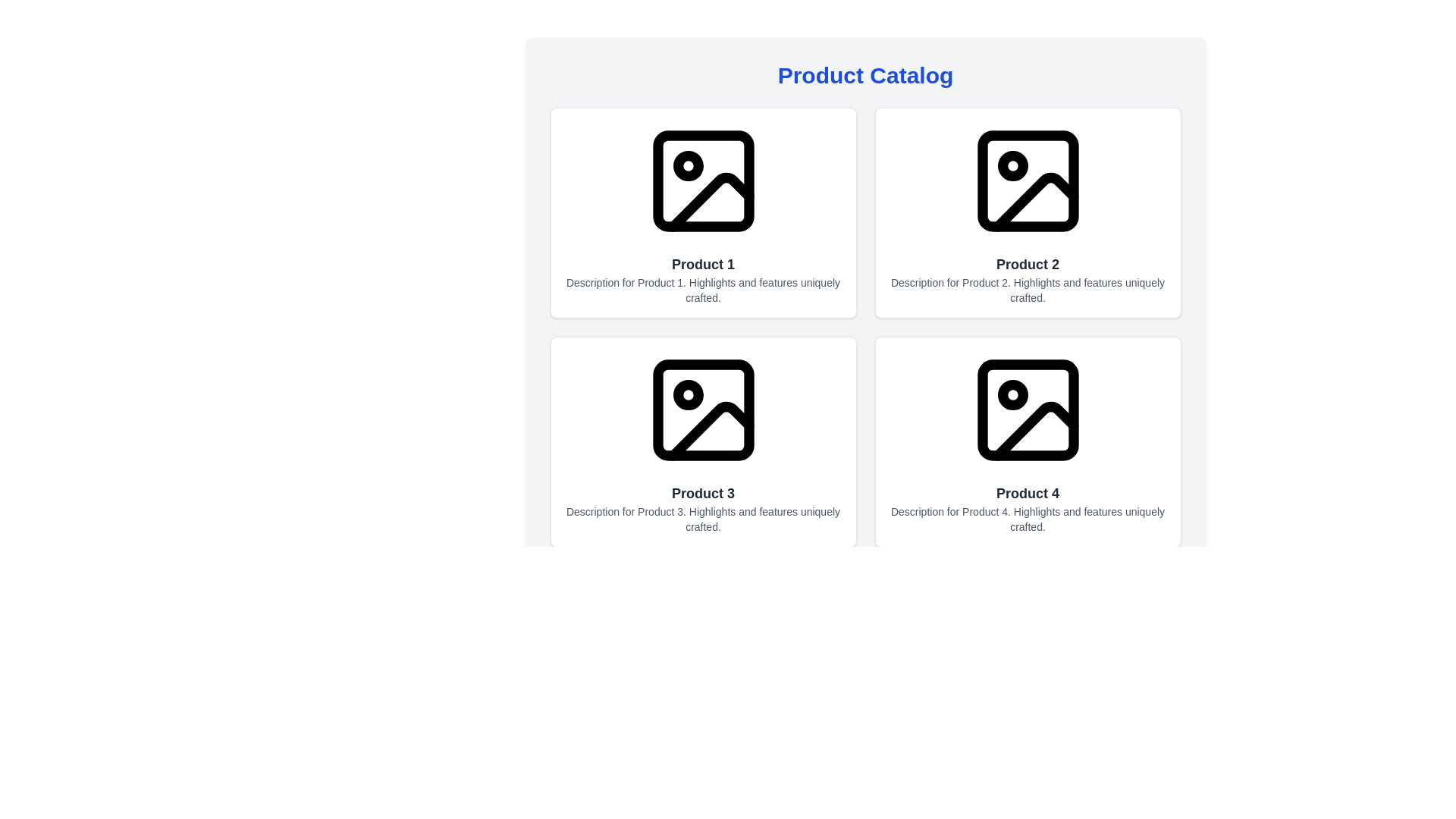 This screenshot has height=819, width=1456. What do you see at coordinates (1028, 494) in the screenshot?
I see `on the text label that identifies 'Product 4' in the bottom-right corner of the card layout` at bounding box center [1028, 494].